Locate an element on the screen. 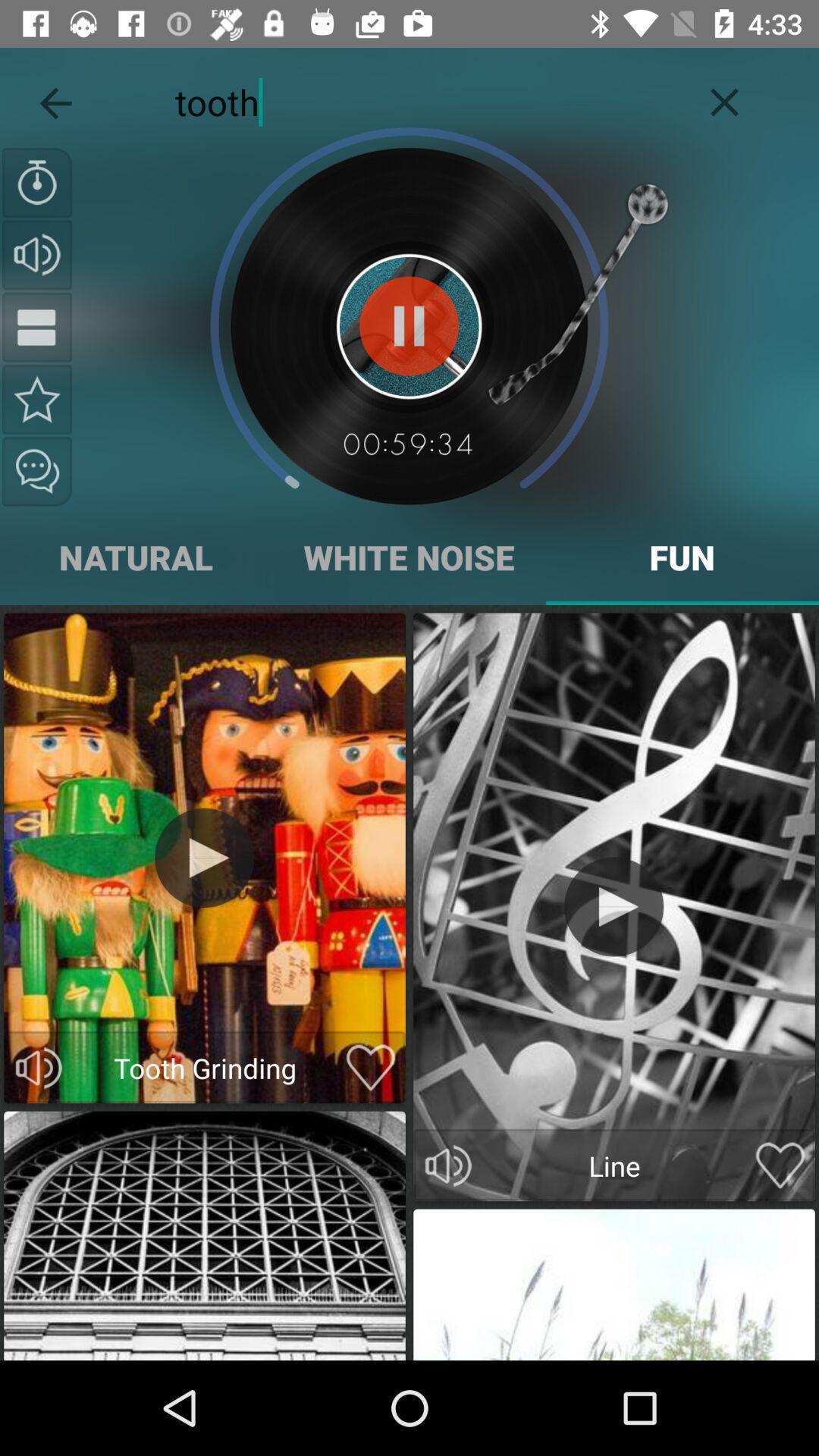  like the audio is located at coordinates (371, 1067).